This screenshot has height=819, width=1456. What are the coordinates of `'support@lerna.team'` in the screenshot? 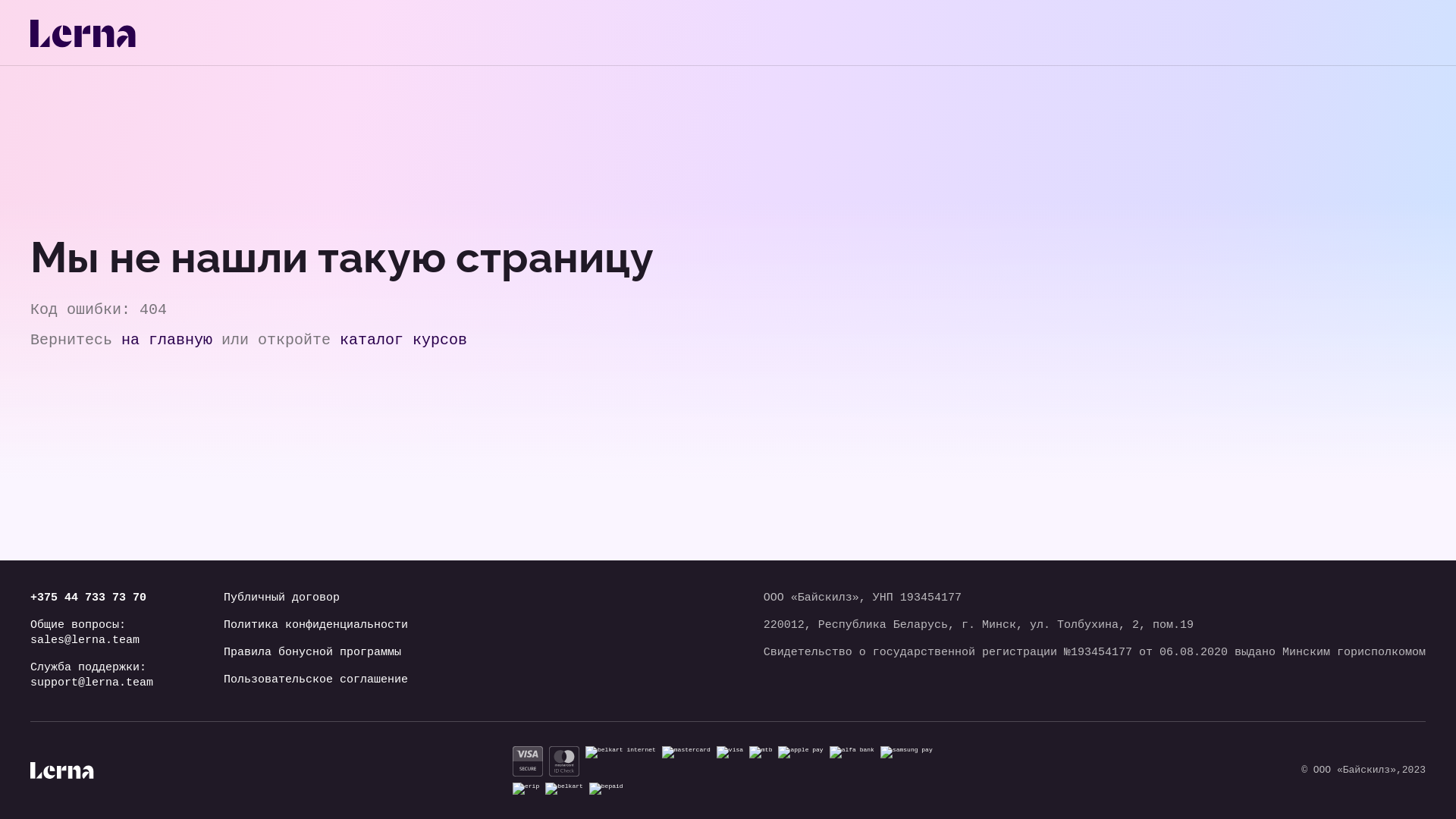 It's located at (90, 683).